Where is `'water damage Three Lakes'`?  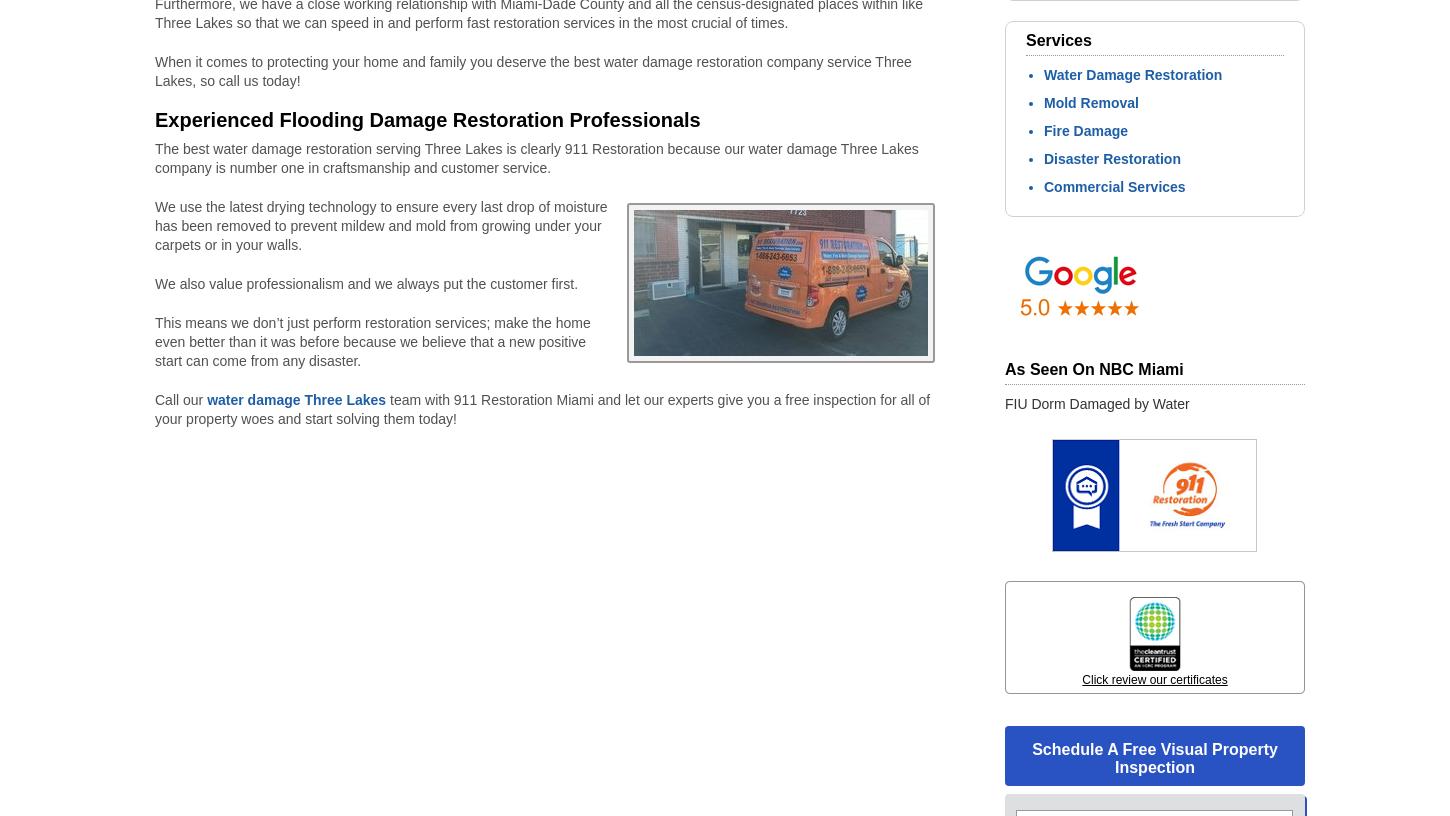 'water damage Three Lakes' is located at coordinates (296, 400).